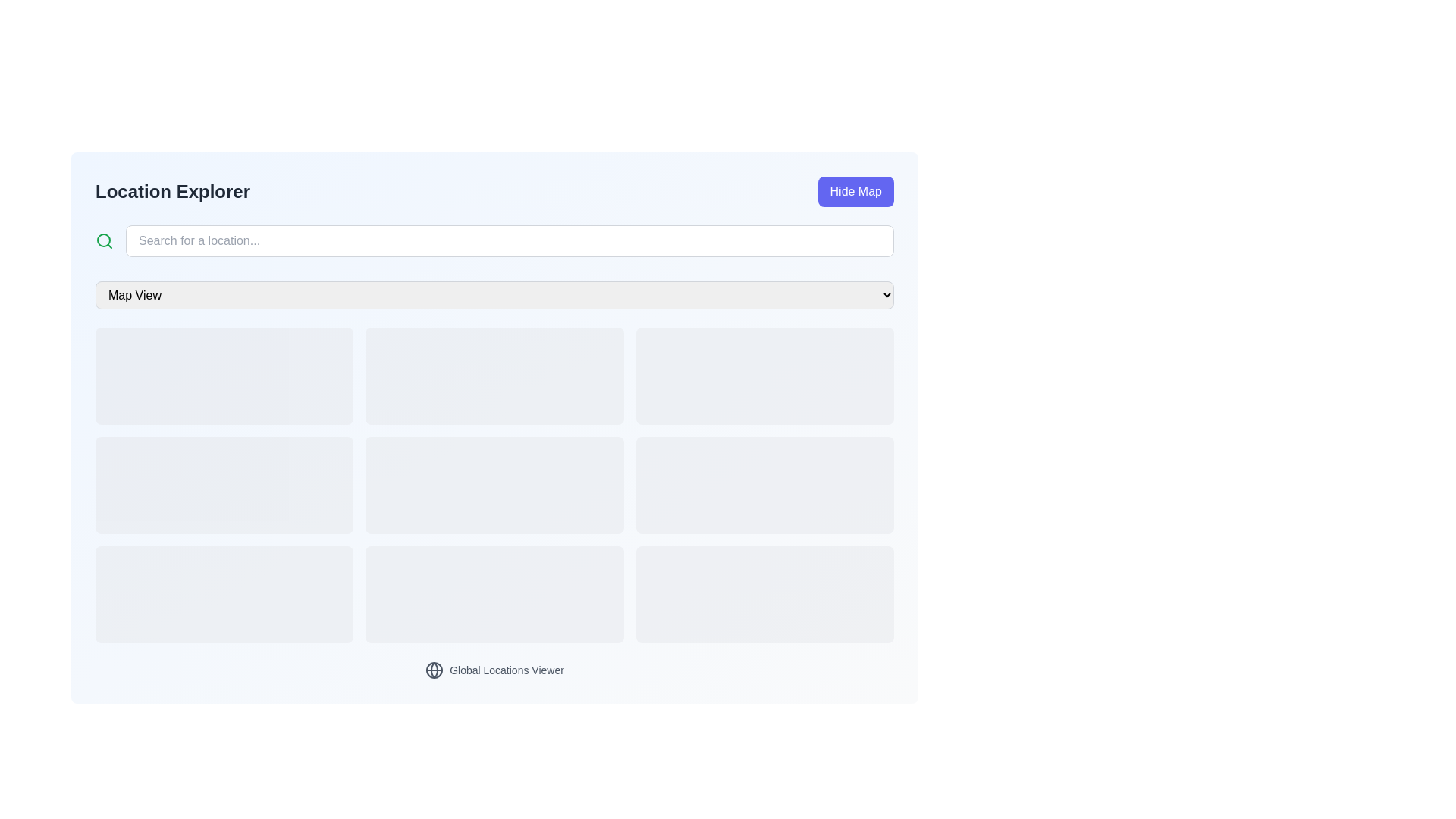 This screenshot has width=1456, height=819. What do you see at coordinates (224, 593) in the screenshot?
I see `the Placeholder block, which is a rectangular gray block with rounded corners located in the bottom-left corner of a 3x3 grid layout, specifically the seventh element in the sequence` at bounding box center [224, 593].